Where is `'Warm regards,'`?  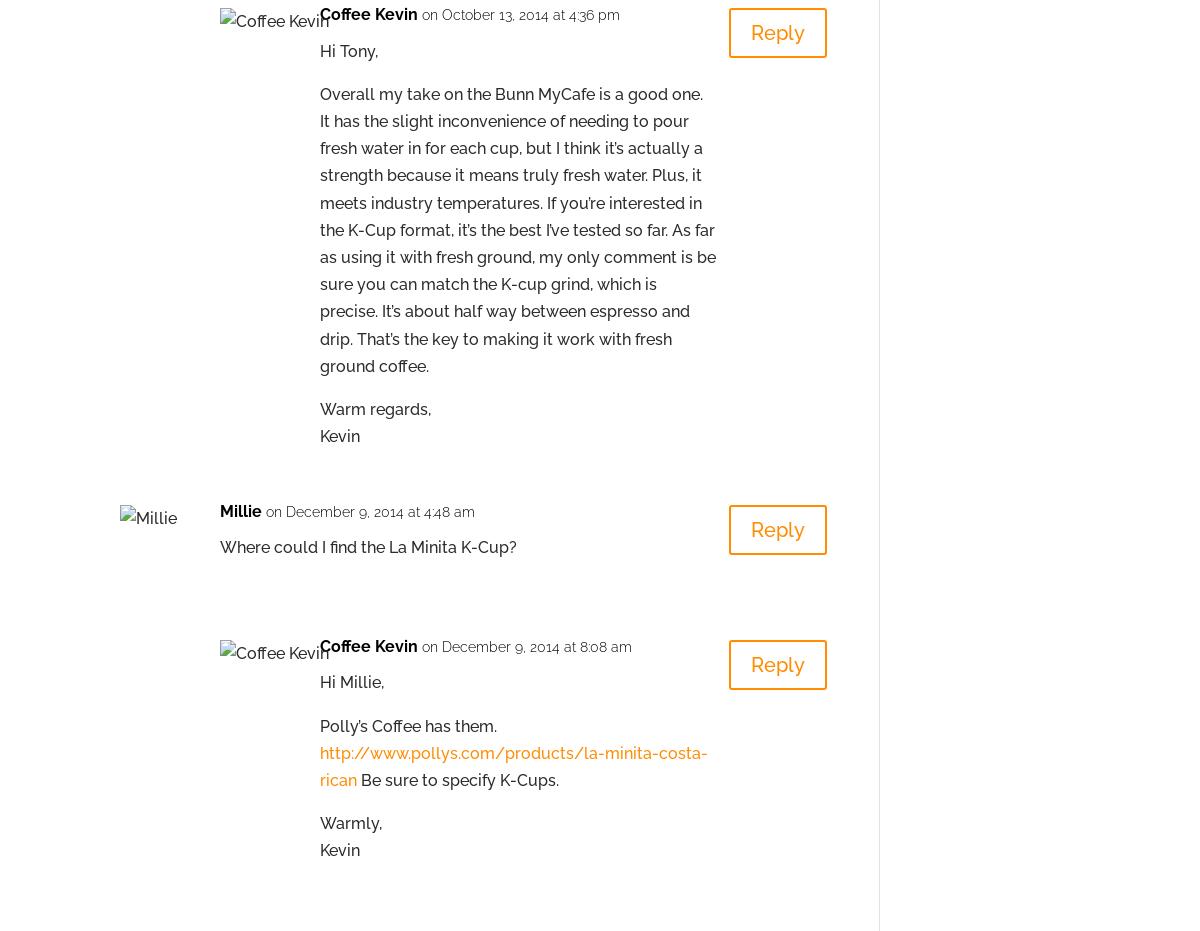
'Warm regards,' is located at coordinates (375, 407).